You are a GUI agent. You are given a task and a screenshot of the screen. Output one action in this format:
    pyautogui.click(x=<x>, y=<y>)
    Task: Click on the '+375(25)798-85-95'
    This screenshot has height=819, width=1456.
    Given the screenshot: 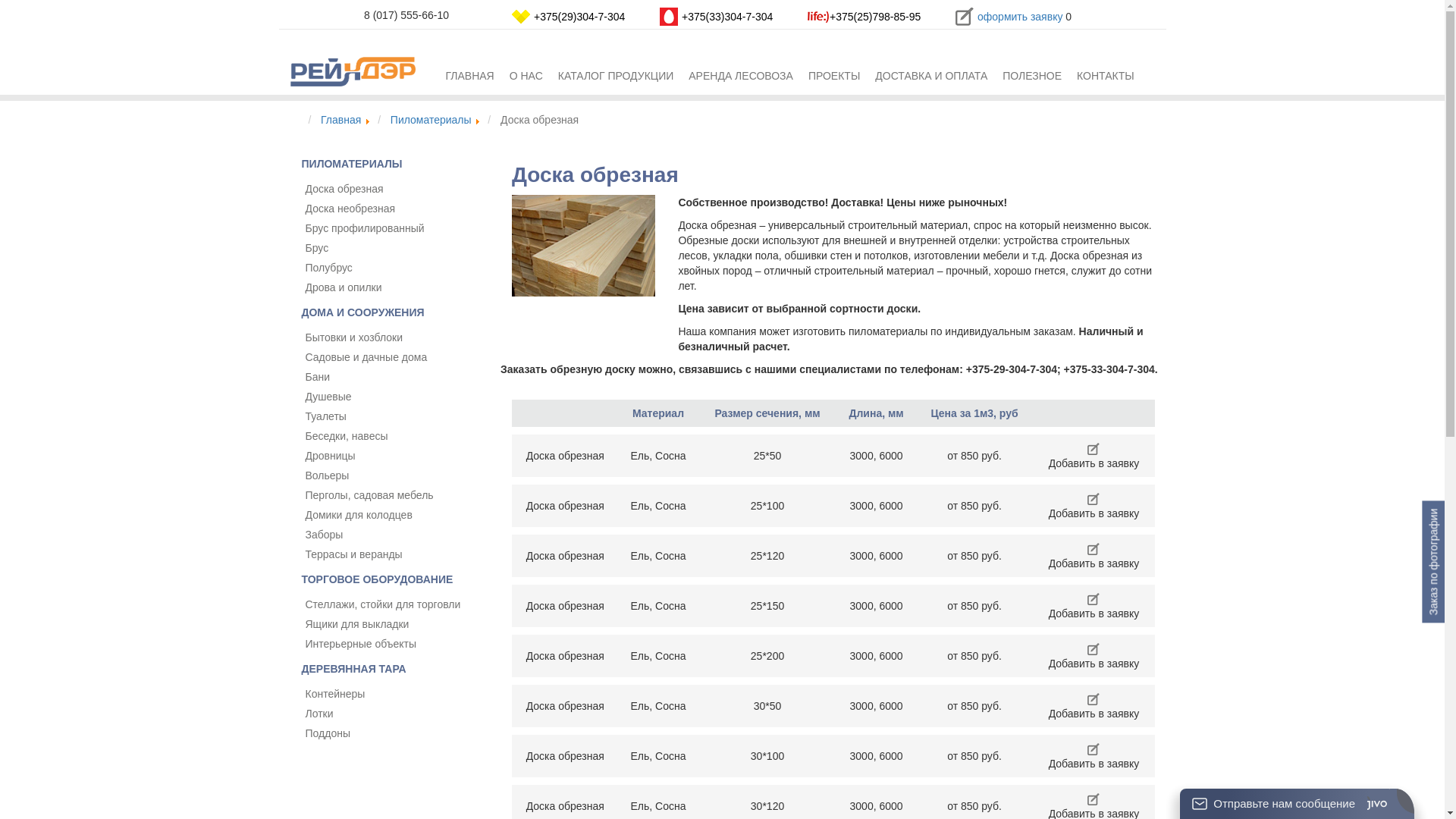 What is the action you would take?
    pyautogui.click(x=874, y=17)
    